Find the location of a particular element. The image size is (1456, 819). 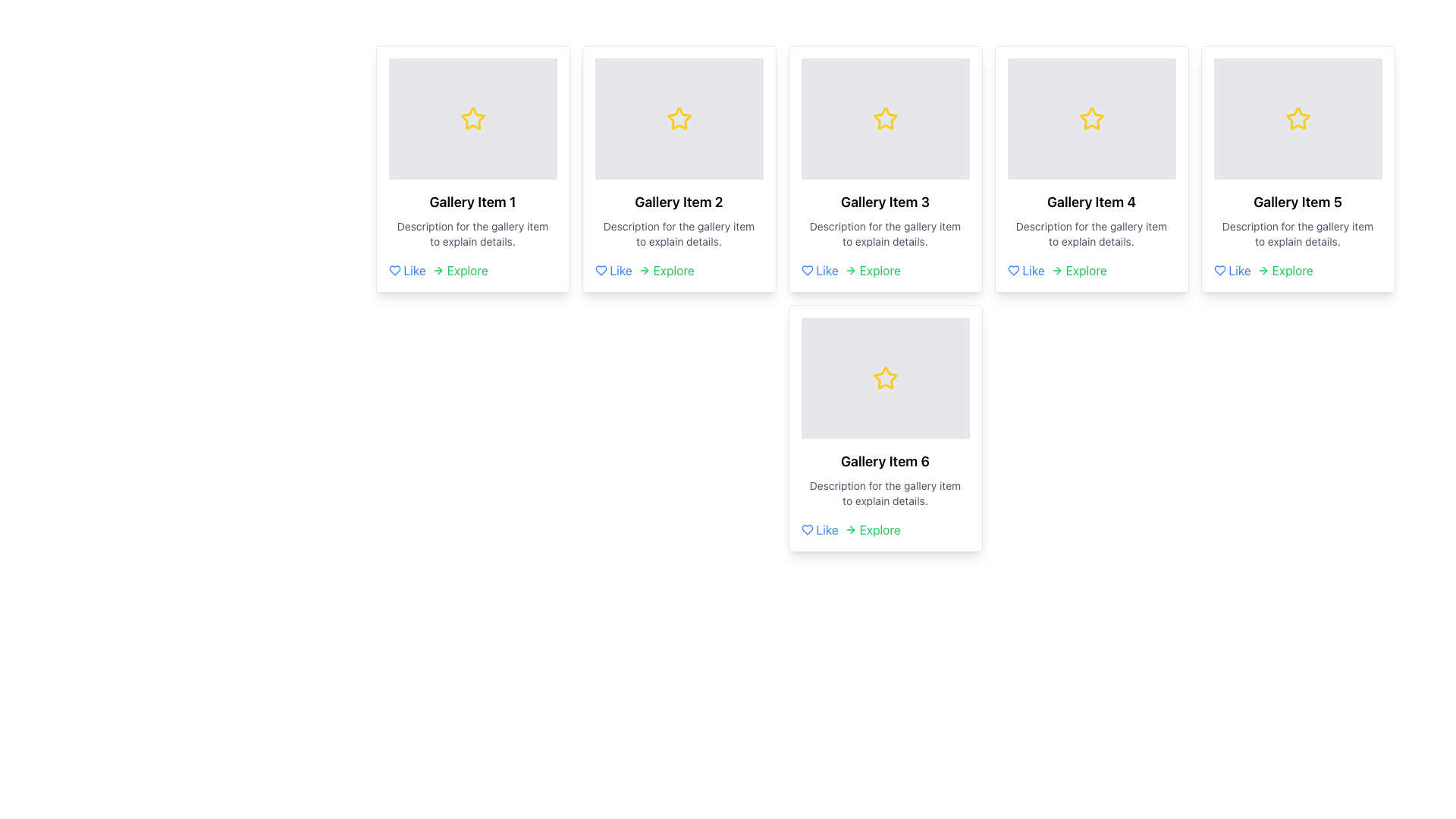

the heart-shaped like icon located in the bottom-left corner of the card displaying 'Gallery Item 4' is located at coordinates (1013, 270).